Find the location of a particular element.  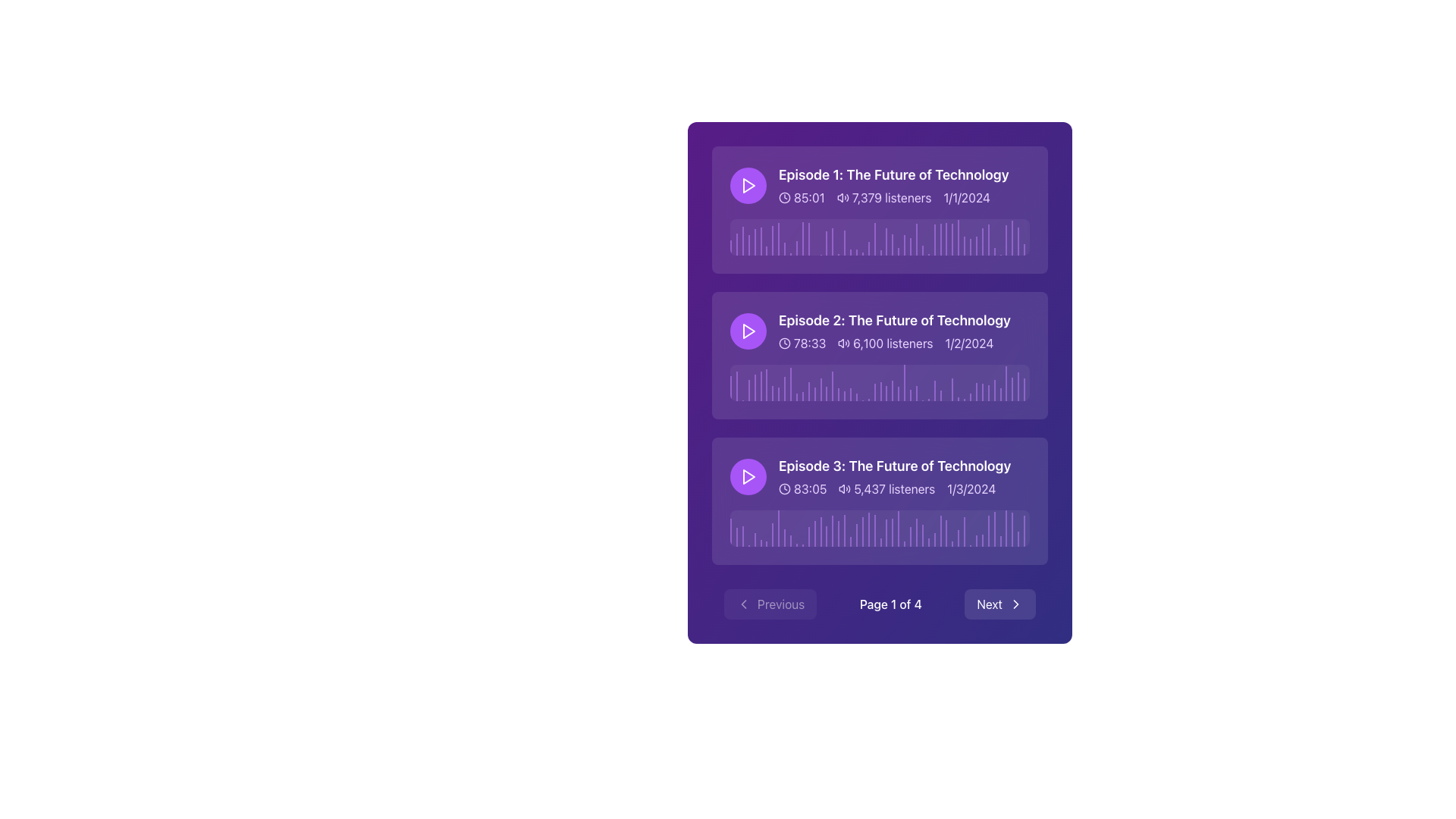

the semi-transparent purple vertical line that represents the graphical marker within the waveform chart, positioned at 66% from the left in the third audio track box is located at coordinates (927, 541).